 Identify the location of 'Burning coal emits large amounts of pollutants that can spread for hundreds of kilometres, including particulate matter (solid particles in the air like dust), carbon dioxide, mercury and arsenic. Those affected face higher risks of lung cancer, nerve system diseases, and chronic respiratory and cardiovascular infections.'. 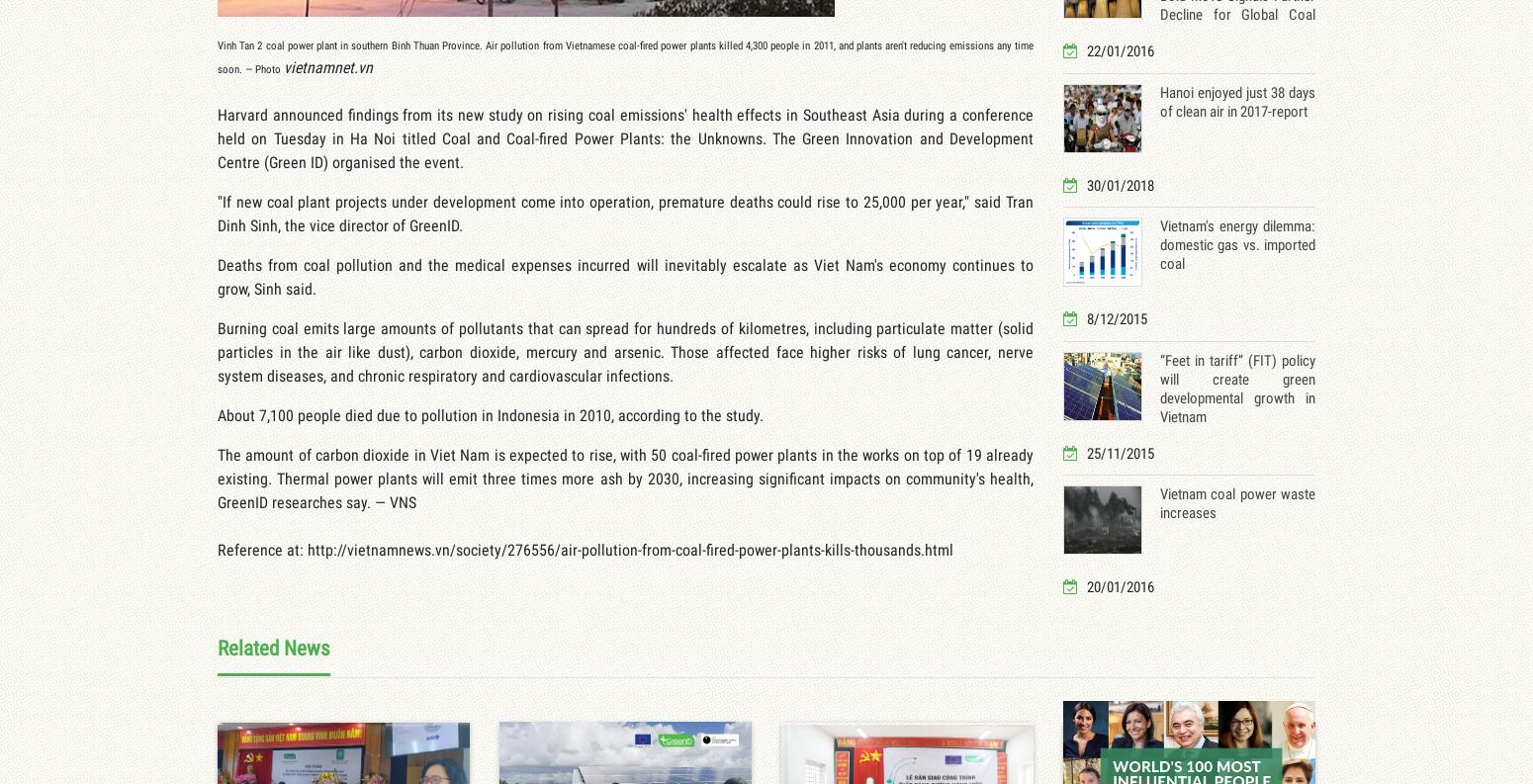
(624, 350).